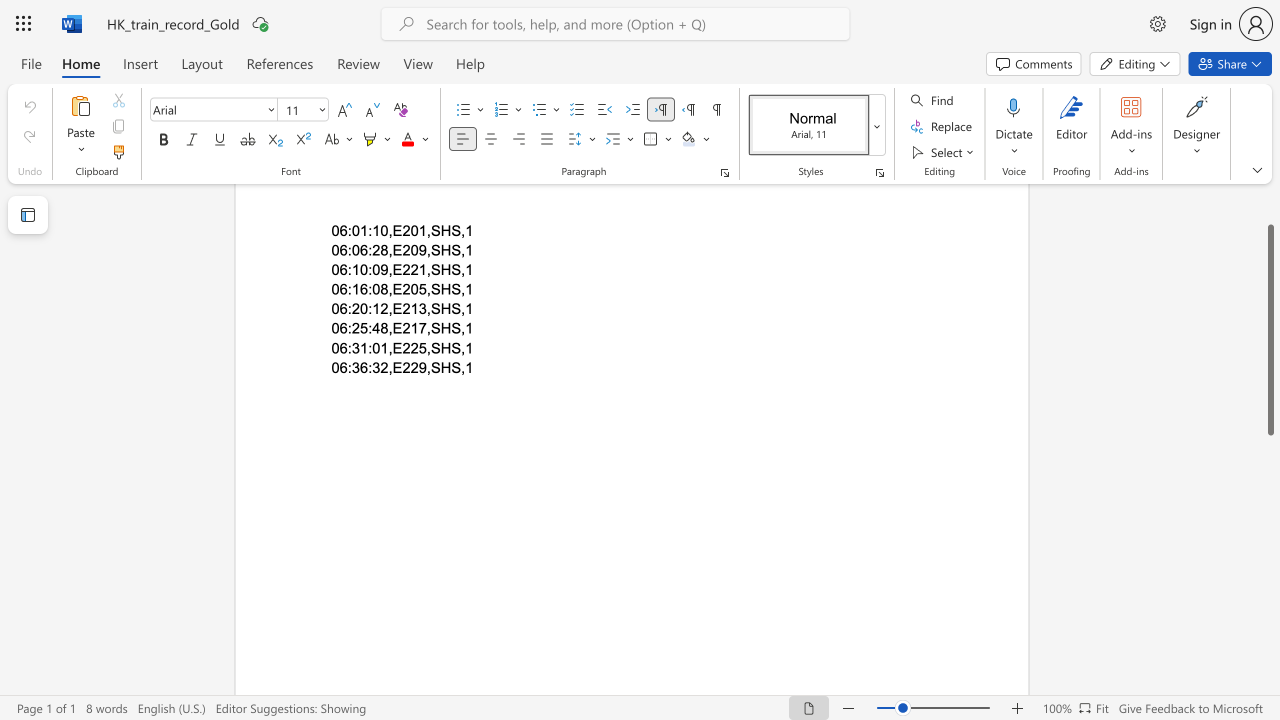 The width and height of the screenshot is (1280, 720). What do you see at coordinates (1269, 329) in the screenshot?
I see `the scrollbar and move down 420 pixels` at bounding box center [1269, 329].